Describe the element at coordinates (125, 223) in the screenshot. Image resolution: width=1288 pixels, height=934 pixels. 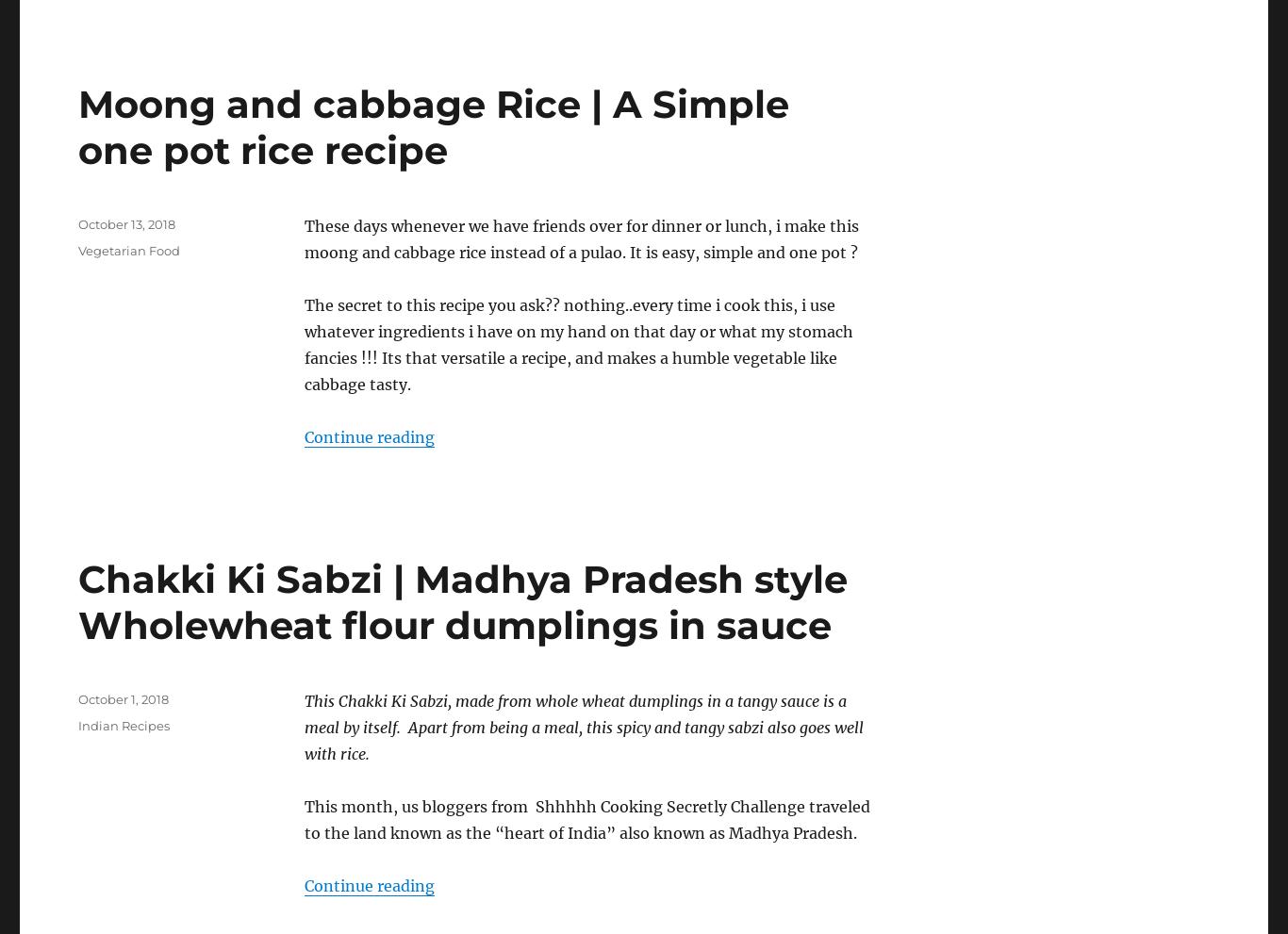
I see `'October 13, 2018'` at that location.